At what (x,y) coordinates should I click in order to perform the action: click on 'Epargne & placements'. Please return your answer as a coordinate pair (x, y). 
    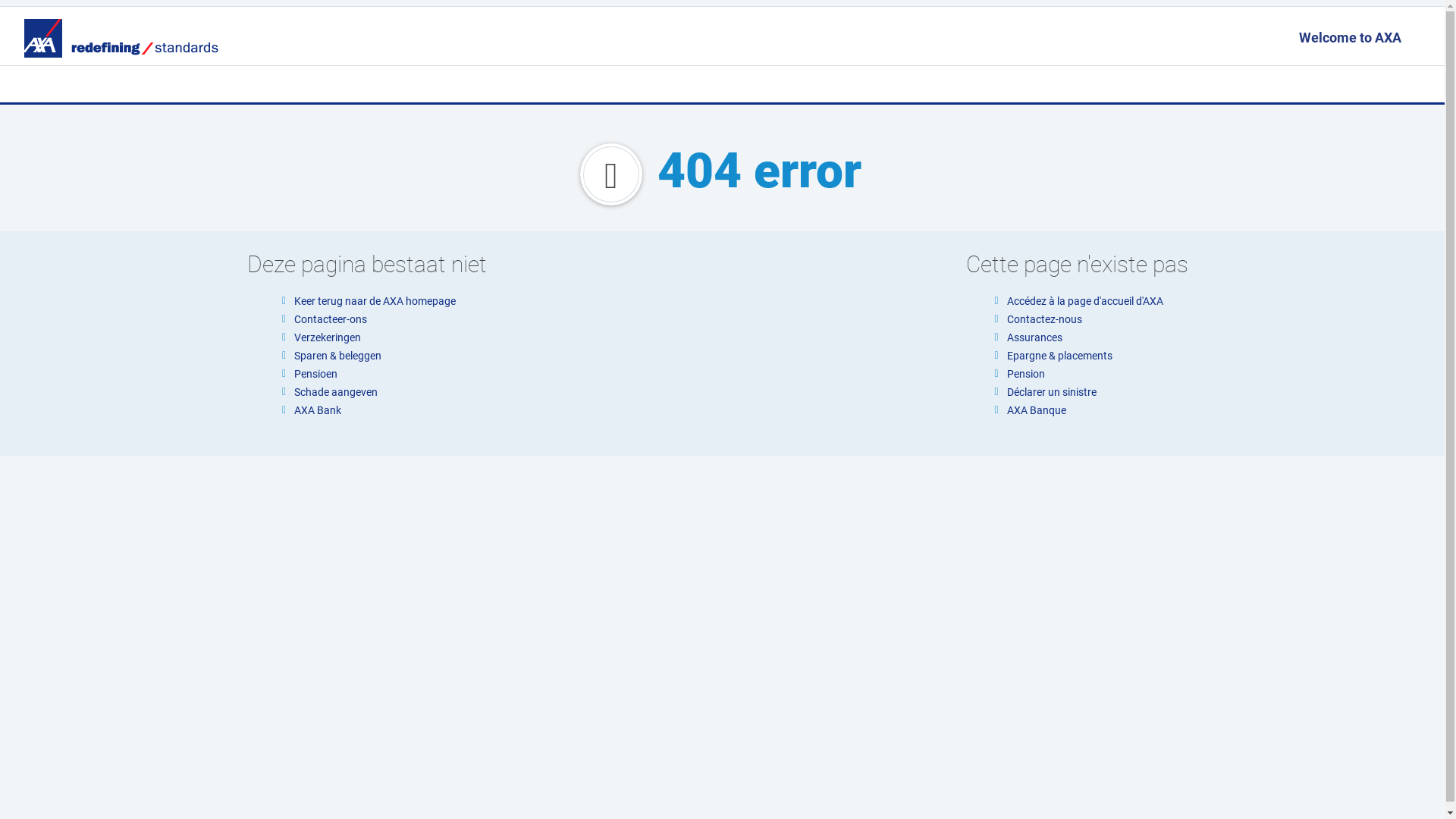
    Looking at the image, I should click on (1059, 356).